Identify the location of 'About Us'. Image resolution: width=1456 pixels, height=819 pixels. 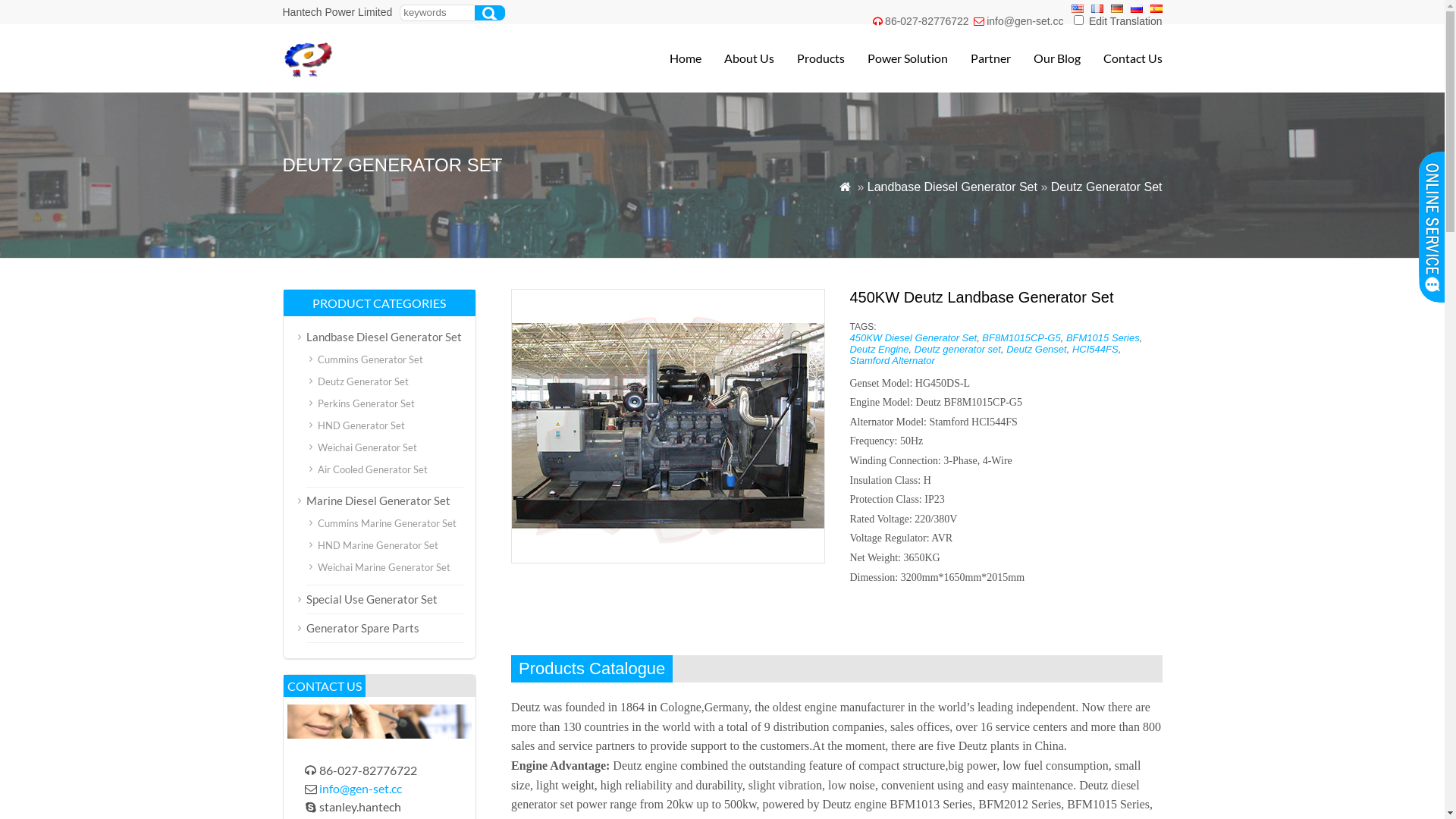
(736, 58).